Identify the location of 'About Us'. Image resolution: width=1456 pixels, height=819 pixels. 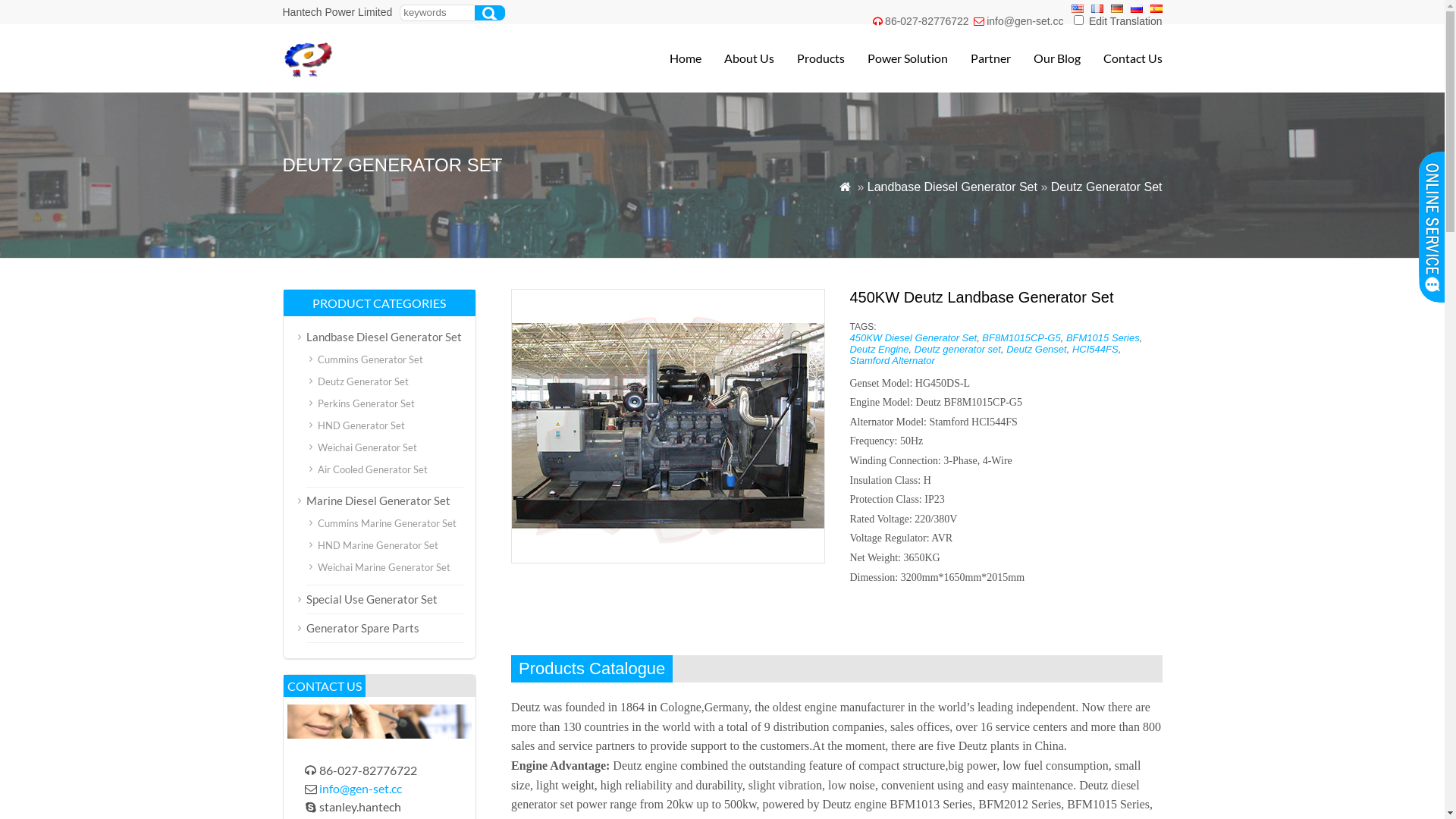
(736, 58).